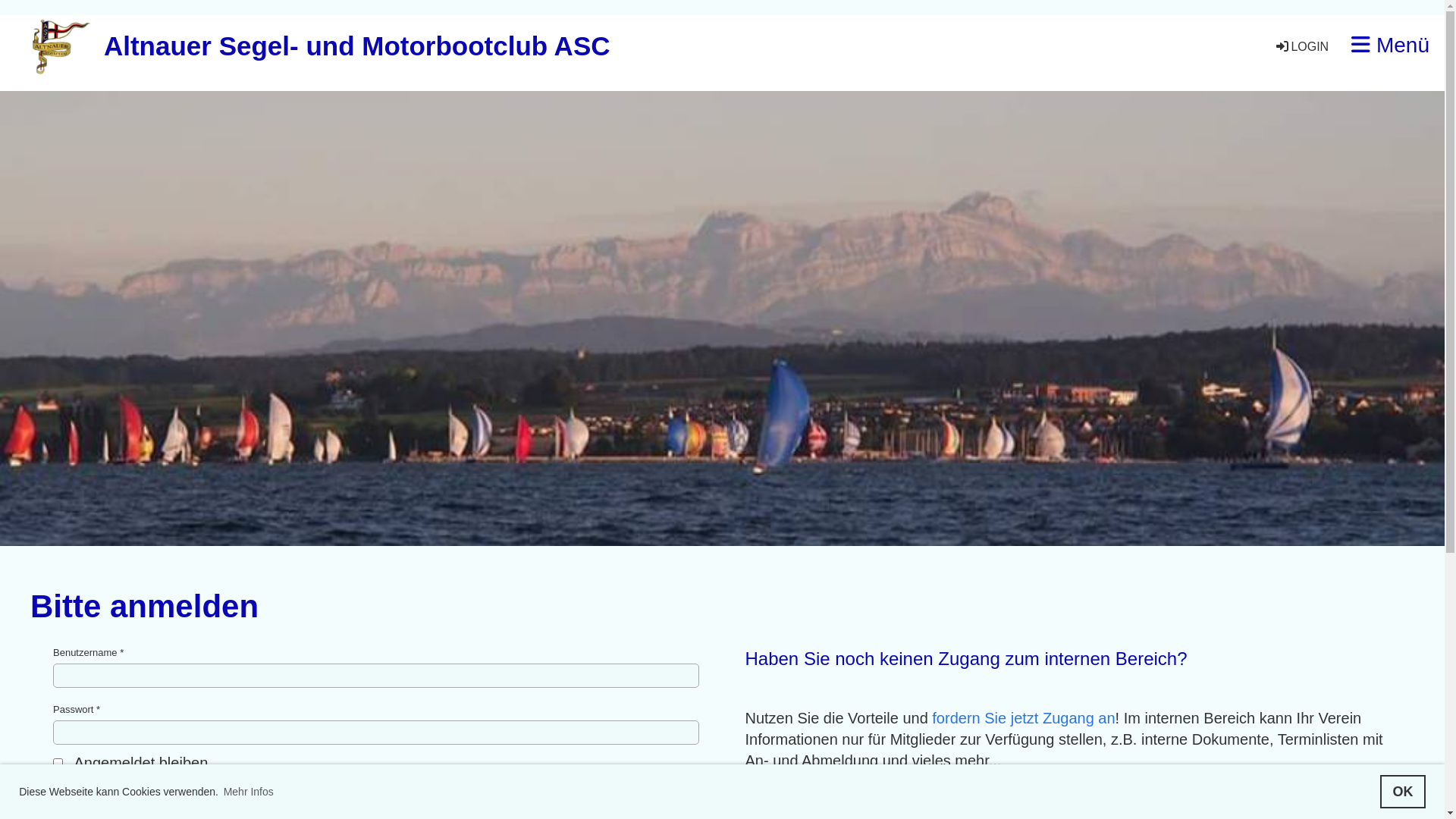  I want to click on 'OK', so click(1401, 791).